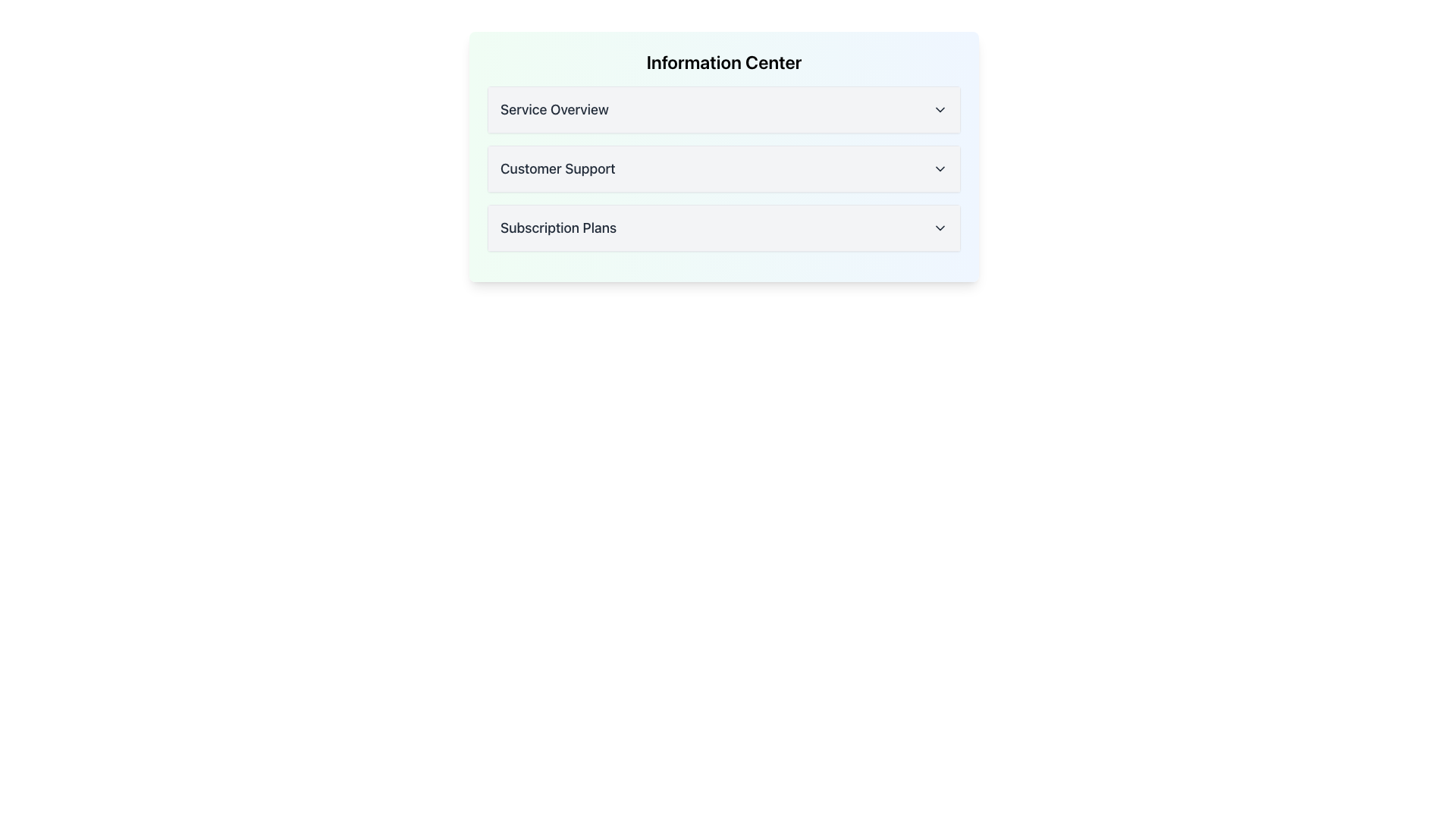  What do you see at coordinates (939, 227) in the screenshot?
I see `the downward-pointing chevron icon located on the far right of the 'Subscription Plans' item in the third row` at bounding box center [939, 227].